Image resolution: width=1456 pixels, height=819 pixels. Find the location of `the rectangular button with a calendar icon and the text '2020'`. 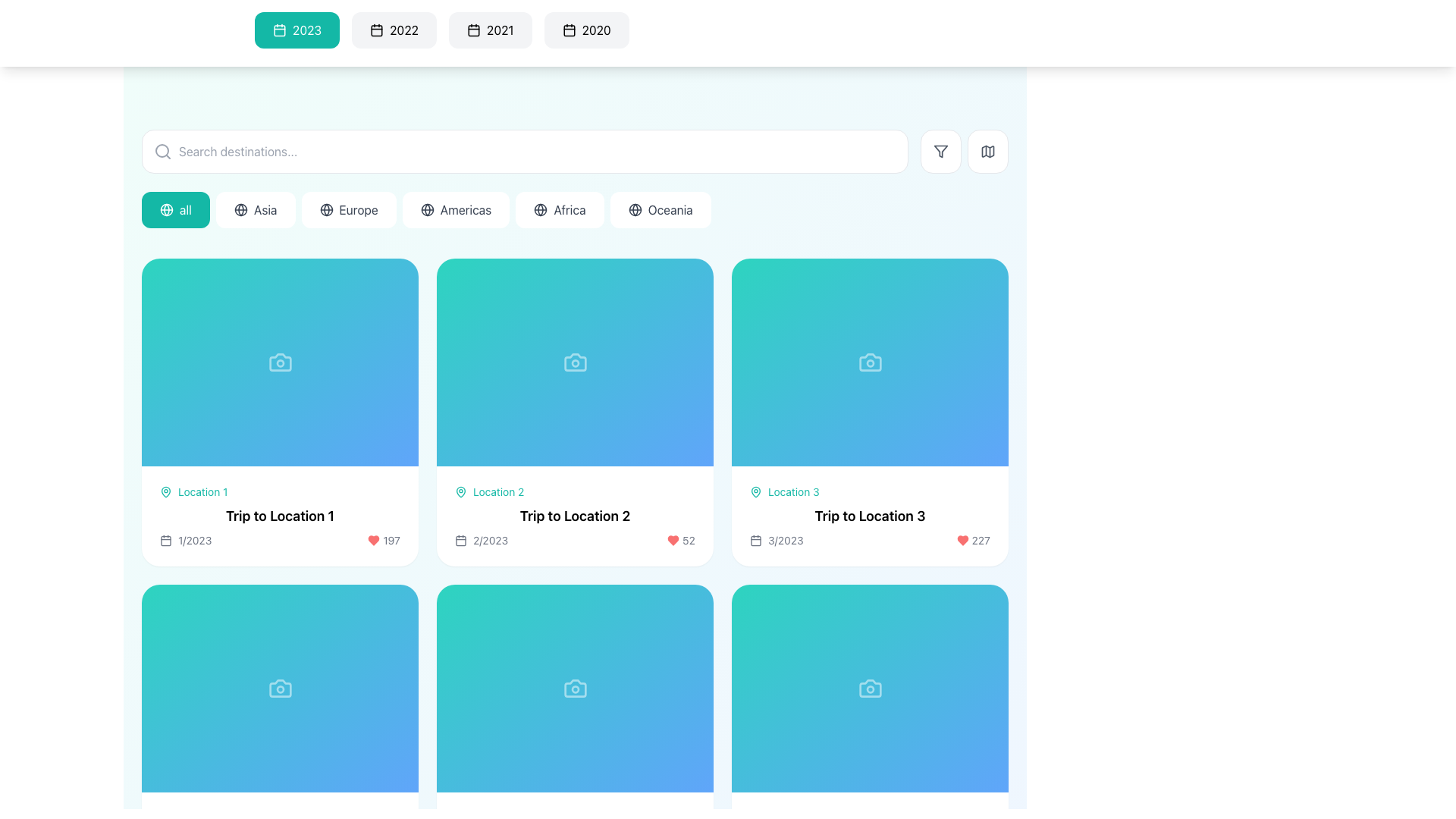

the rectangular button with a calendar icon and the text '2020' is located at coordinates (585, 30).